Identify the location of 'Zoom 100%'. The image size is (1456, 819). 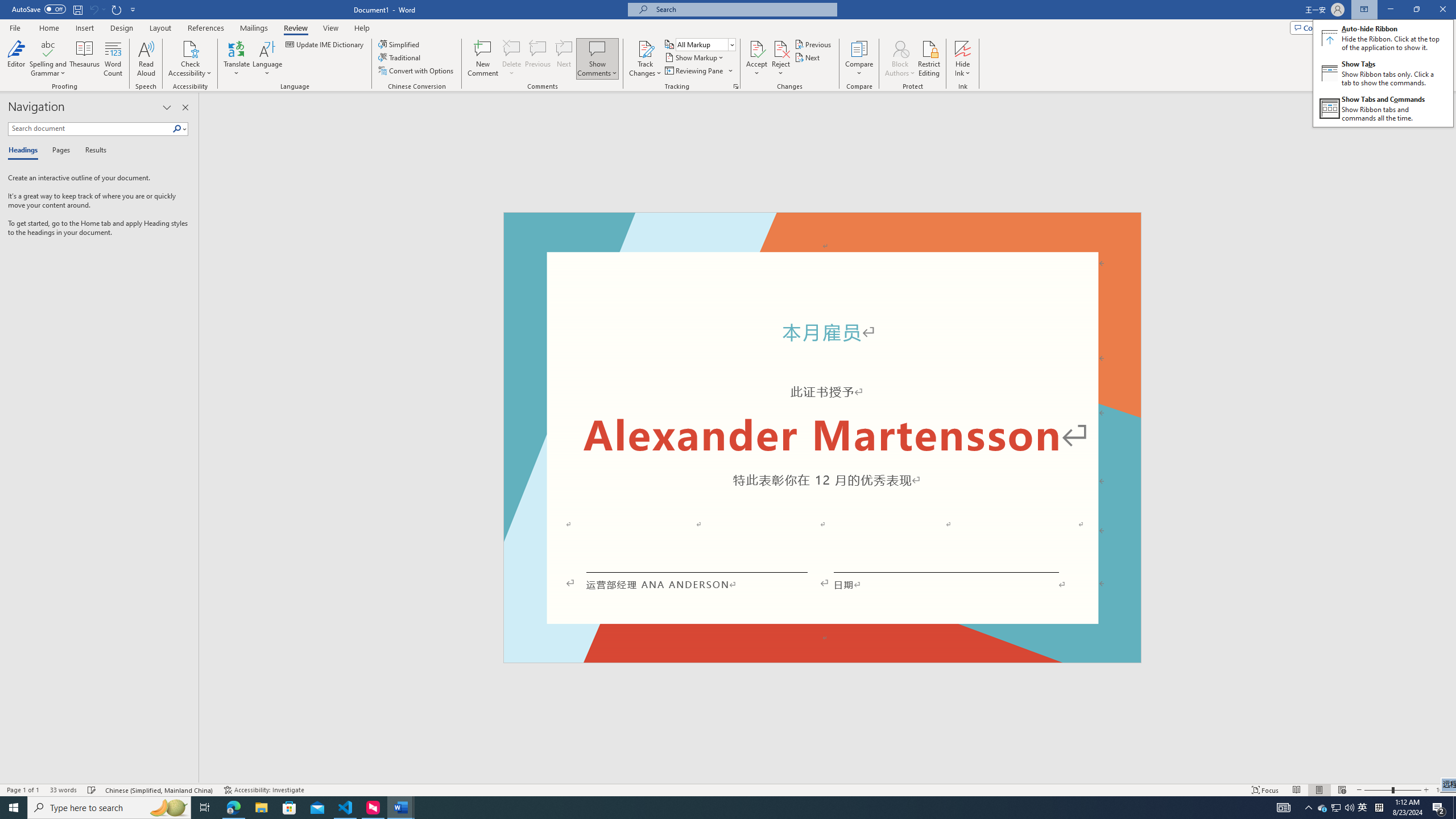
(1443, 790).